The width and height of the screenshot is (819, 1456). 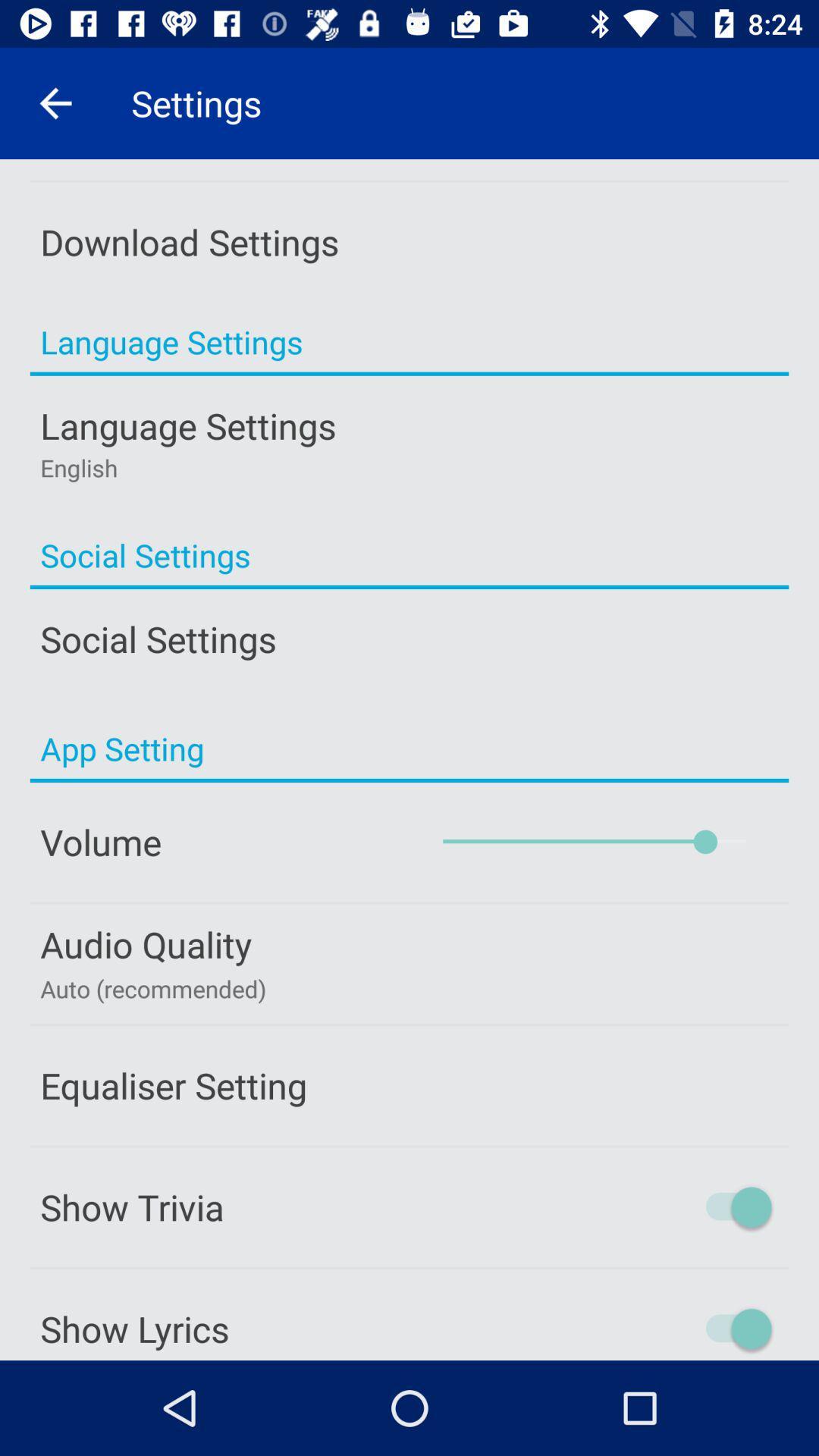 What do you see at coordinates (409, 1084) in the screenshot?
I see `equaliser setting` at bounding box center [409, 1084].